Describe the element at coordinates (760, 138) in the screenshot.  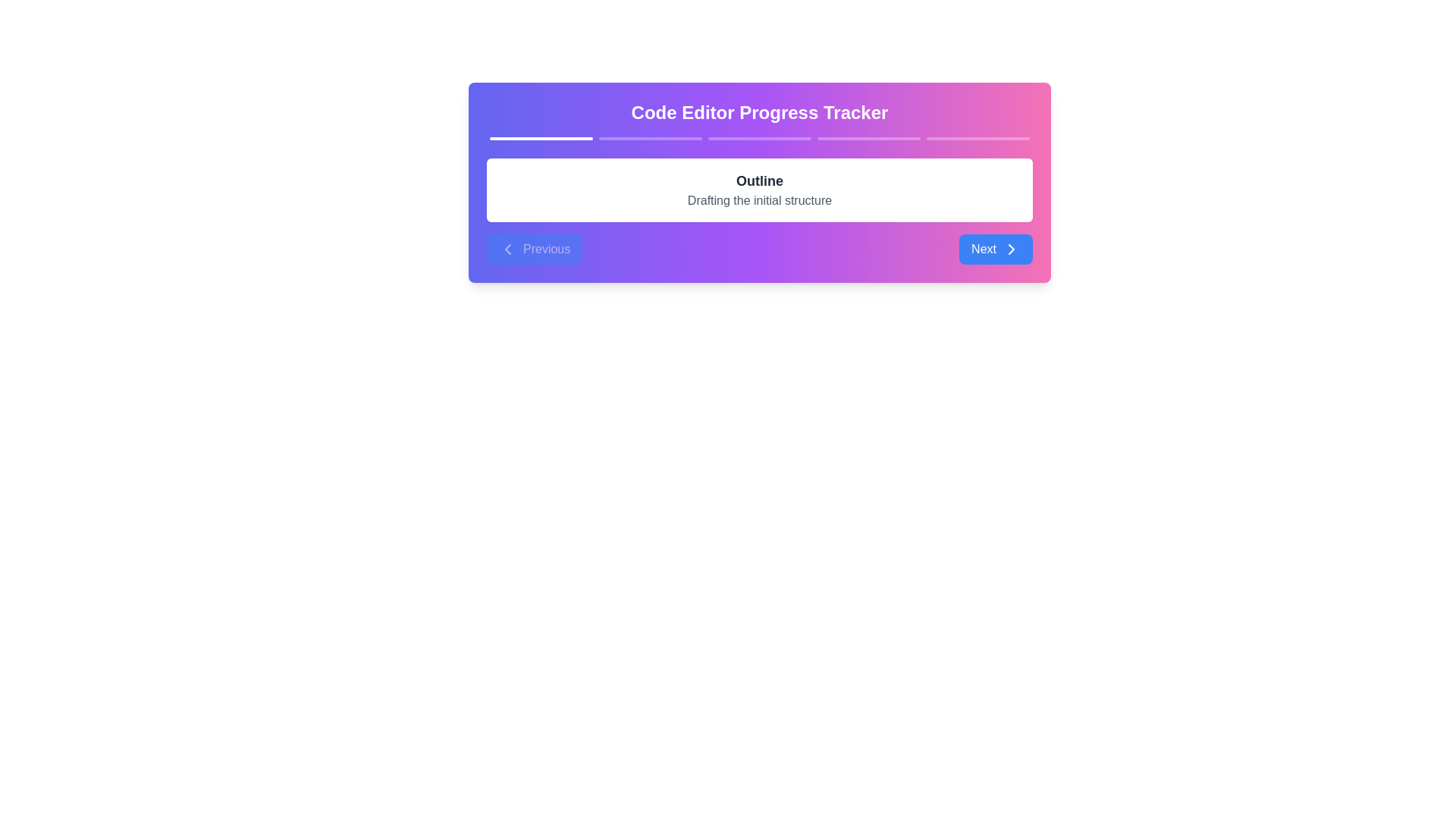
I see `the third progress bar segment, which is a horizontally elongated, thin bar with a rounded edge design and a semi-transparent white appearance` at that location.